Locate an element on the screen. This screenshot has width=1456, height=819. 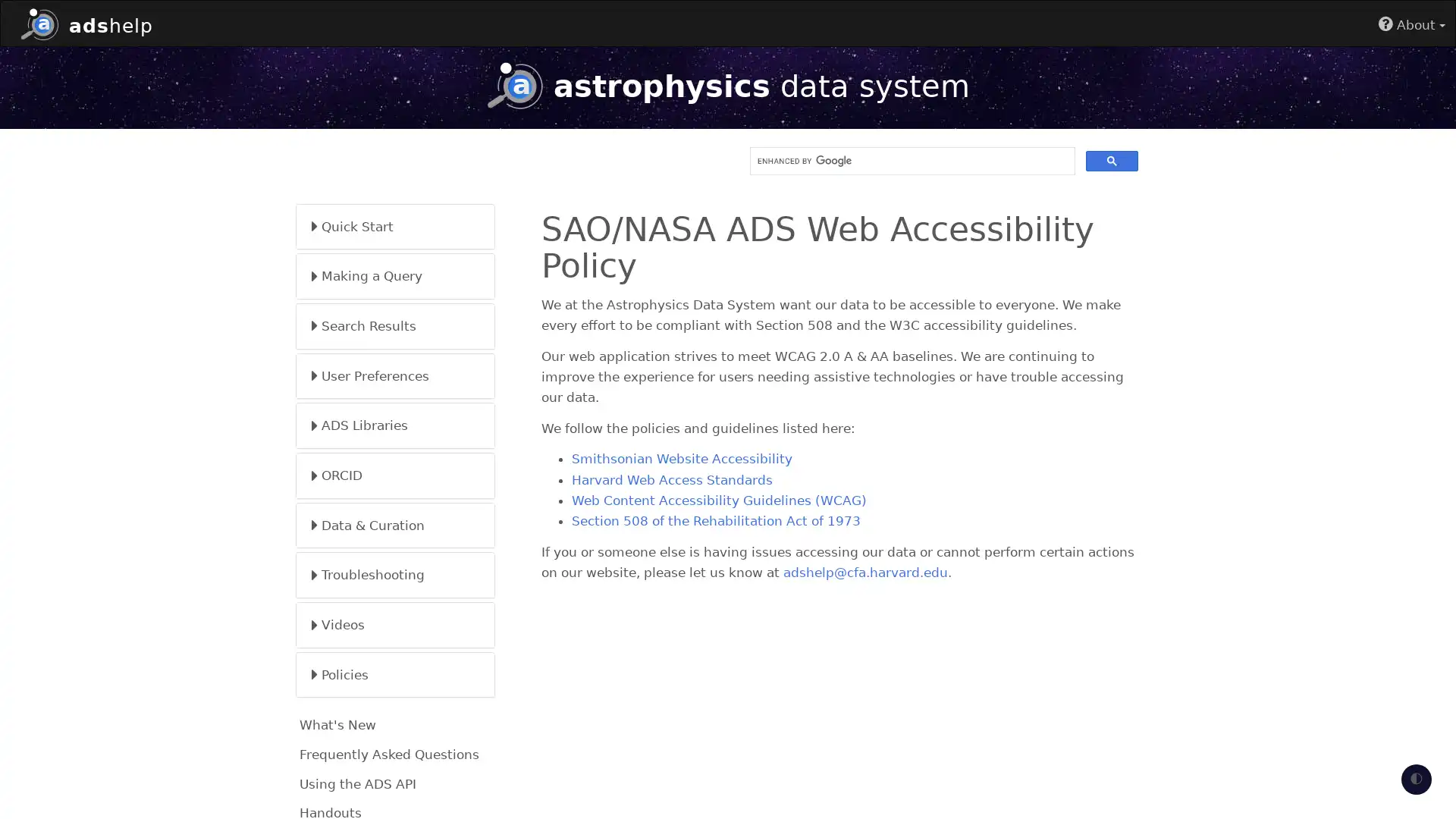
Making a Query is located at coordinates (395, 275).